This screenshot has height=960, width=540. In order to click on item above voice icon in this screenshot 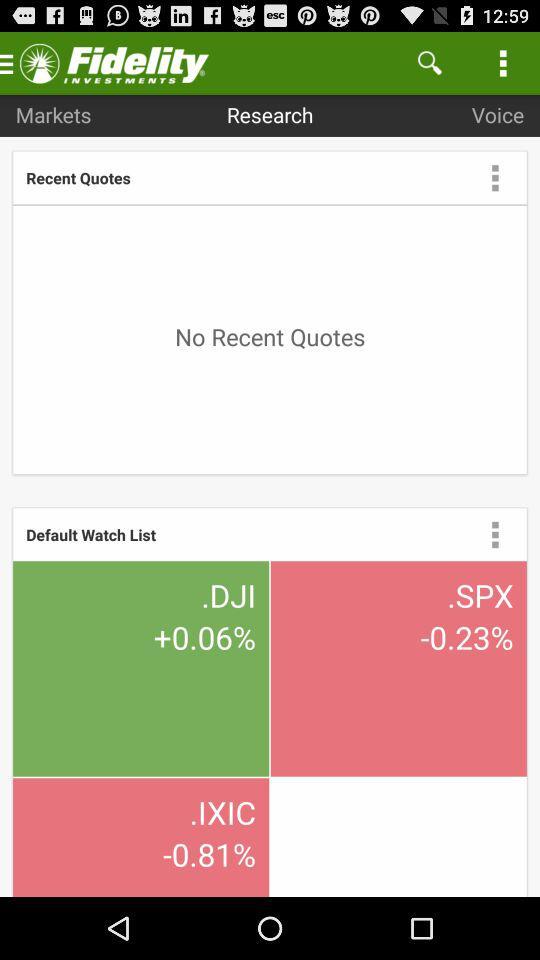, I will do `click(502, 62)`.